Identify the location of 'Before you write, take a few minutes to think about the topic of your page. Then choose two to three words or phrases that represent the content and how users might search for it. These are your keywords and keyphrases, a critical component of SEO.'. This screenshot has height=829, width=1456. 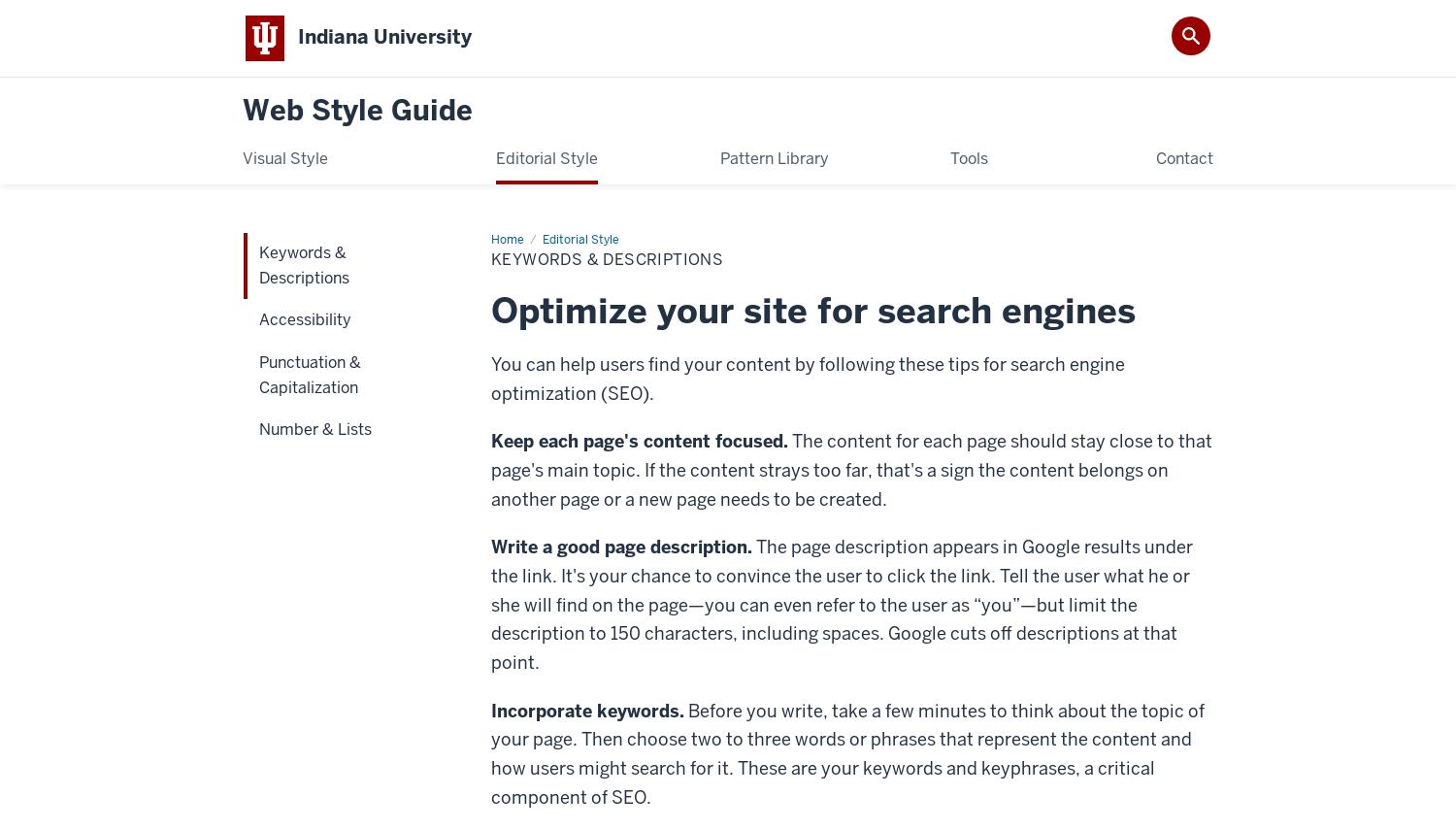
(490, 752).